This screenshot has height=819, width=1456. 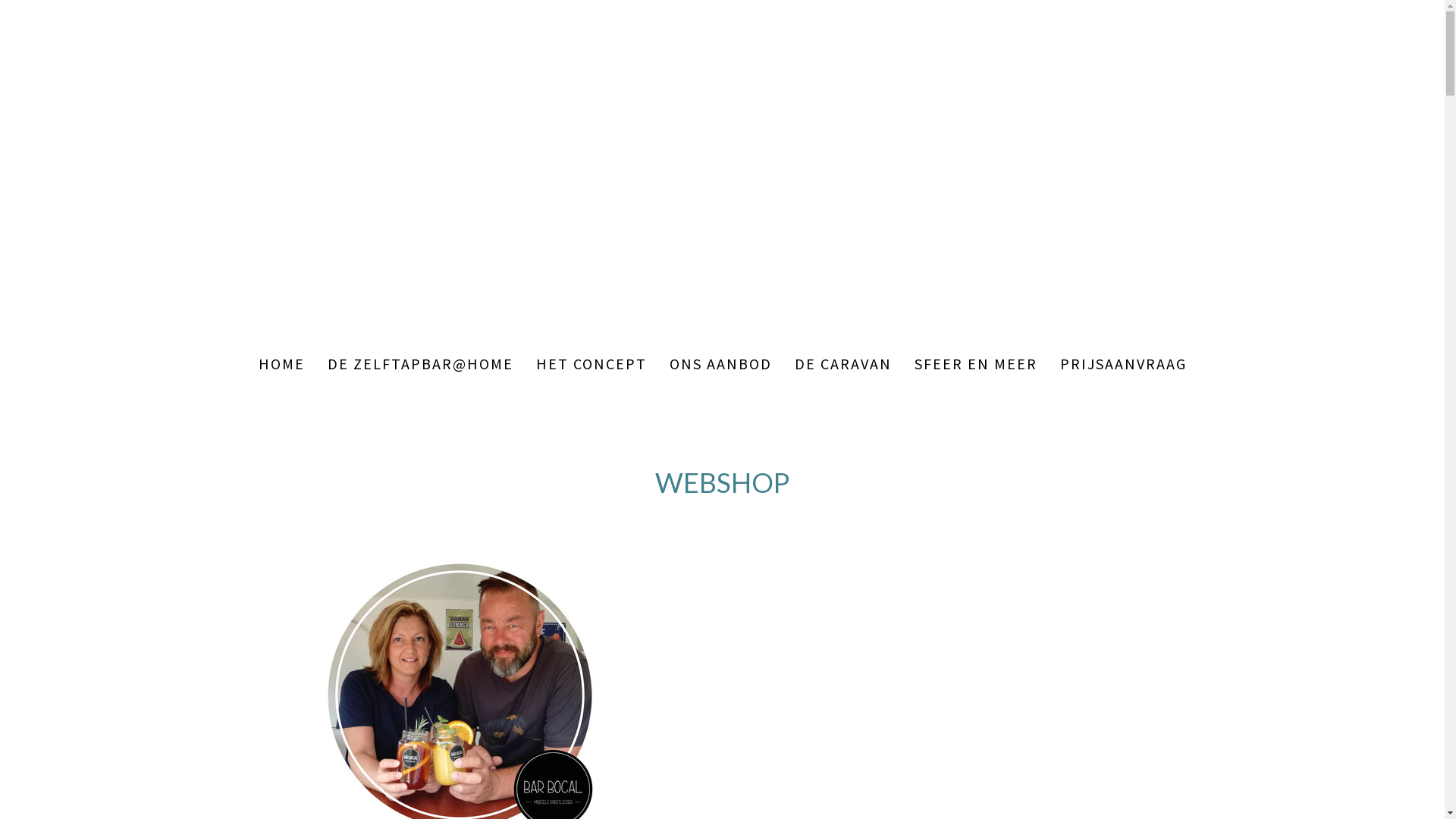 What do you see at coordinates (419, 363) in the screenshot?
I see `'DE ZELFTAPBAR@HOME'` at bounding box center [419, 363].